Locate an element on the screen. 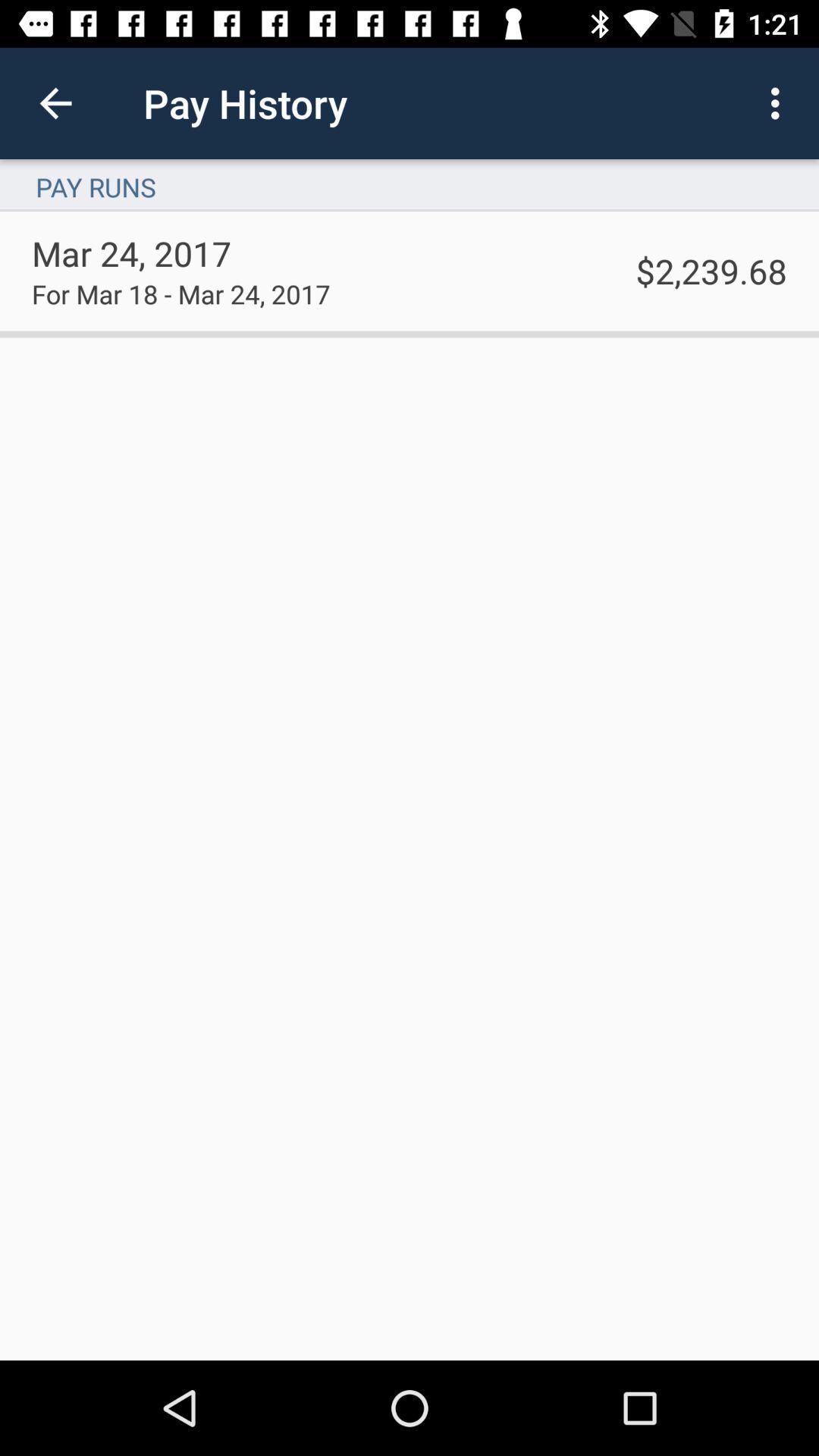 This screenshot has height=1456, width=819. the icon above pay runs item is located at coordinates (779, 102).